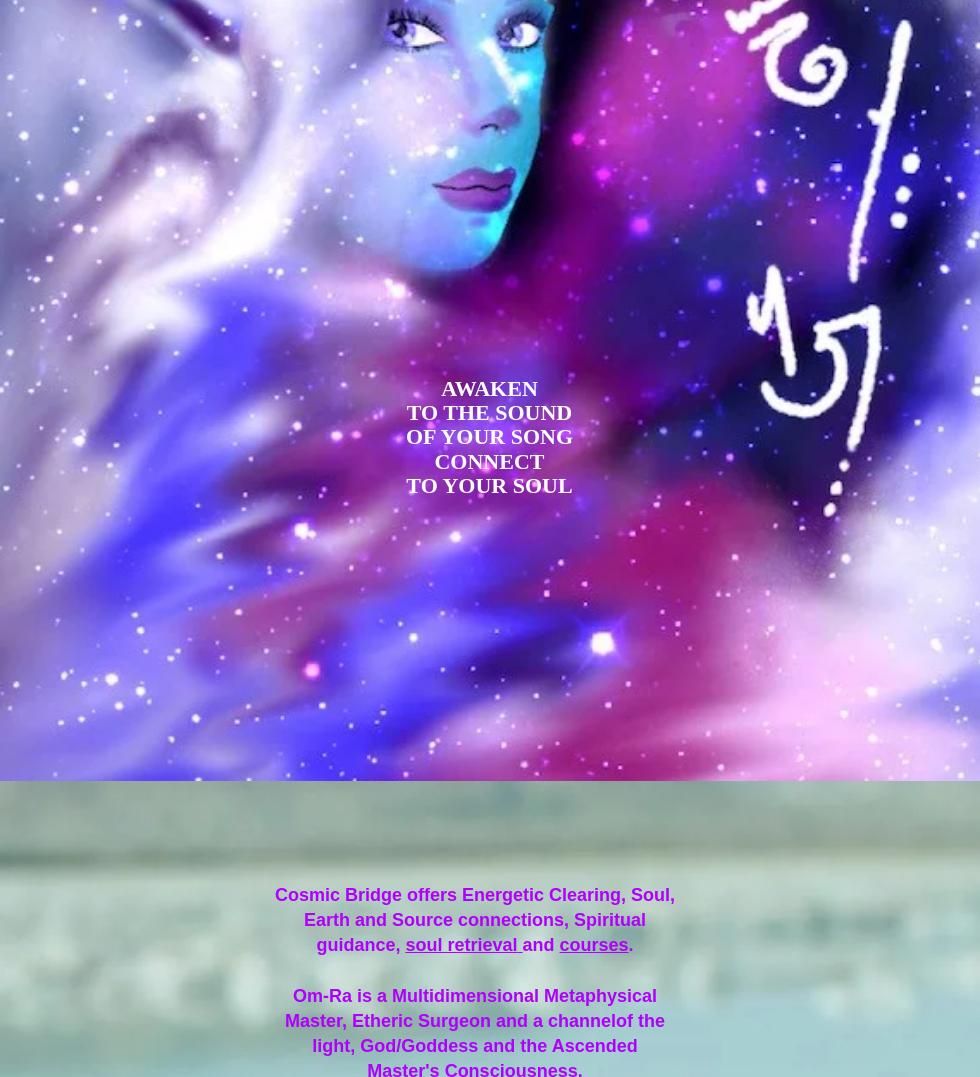  Describe the element at coordinates (489, 460) in the screenshot. I see `'CONNECT'` at that location.